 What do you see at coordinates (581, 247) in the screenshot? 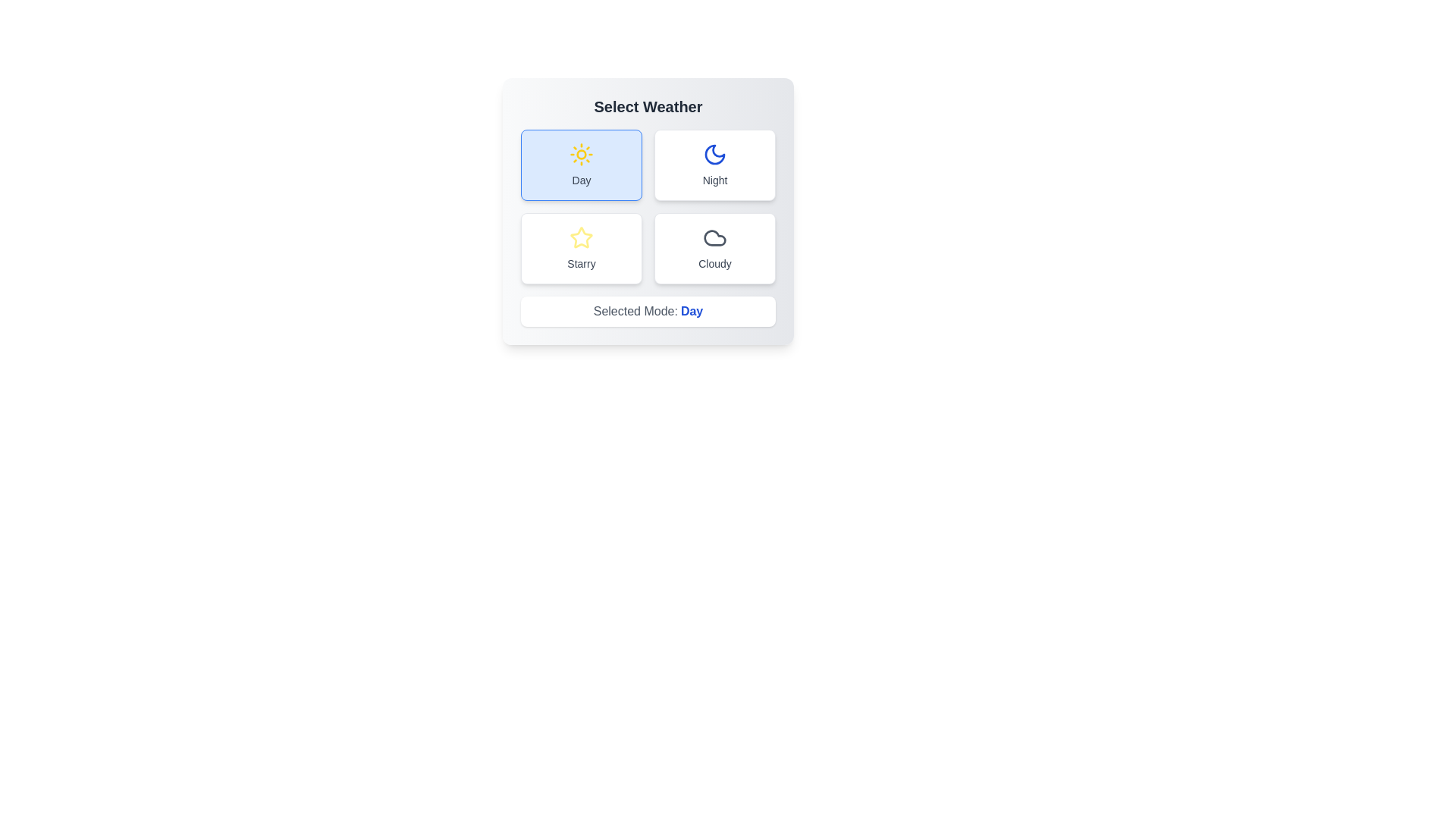
I see `the weather mode by clicking on the corresponding button for Starry` at bounding box center [581, 247].